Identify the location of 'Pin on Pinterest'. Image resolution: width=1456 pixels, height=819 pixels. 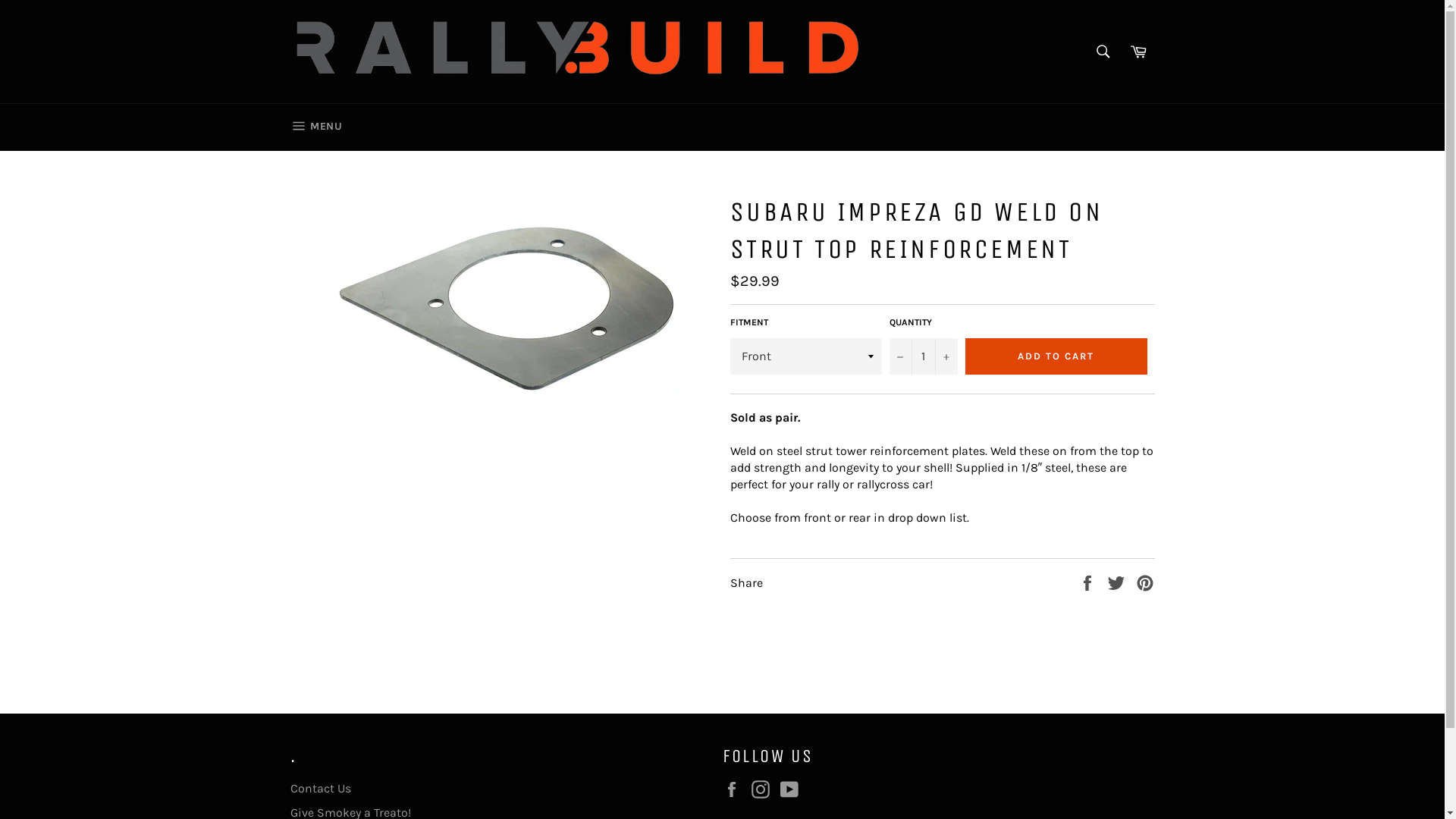
(1135, 581).